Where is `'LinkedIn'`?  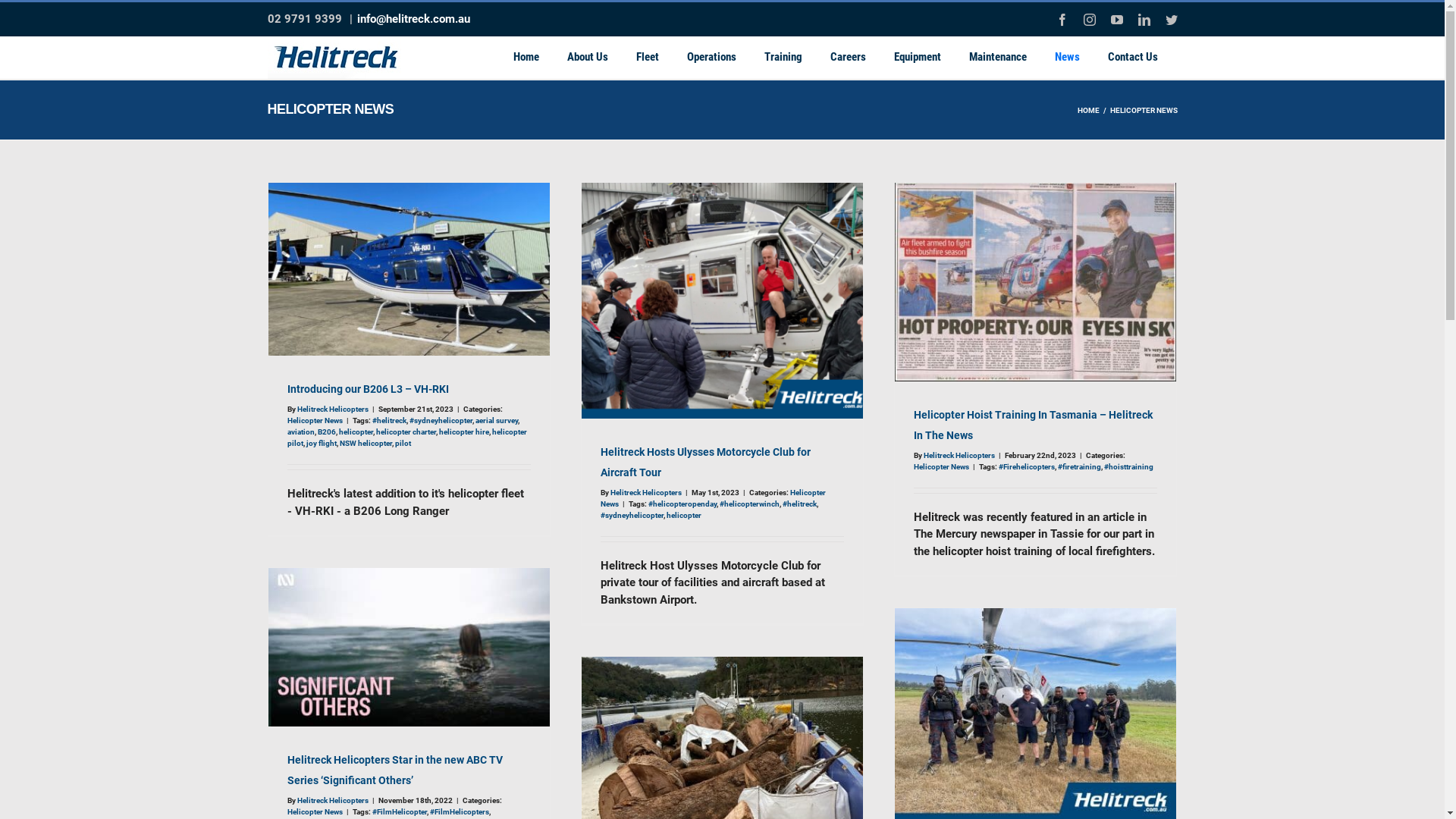 'LinkedIn' is located at coordinates (1143, 20).